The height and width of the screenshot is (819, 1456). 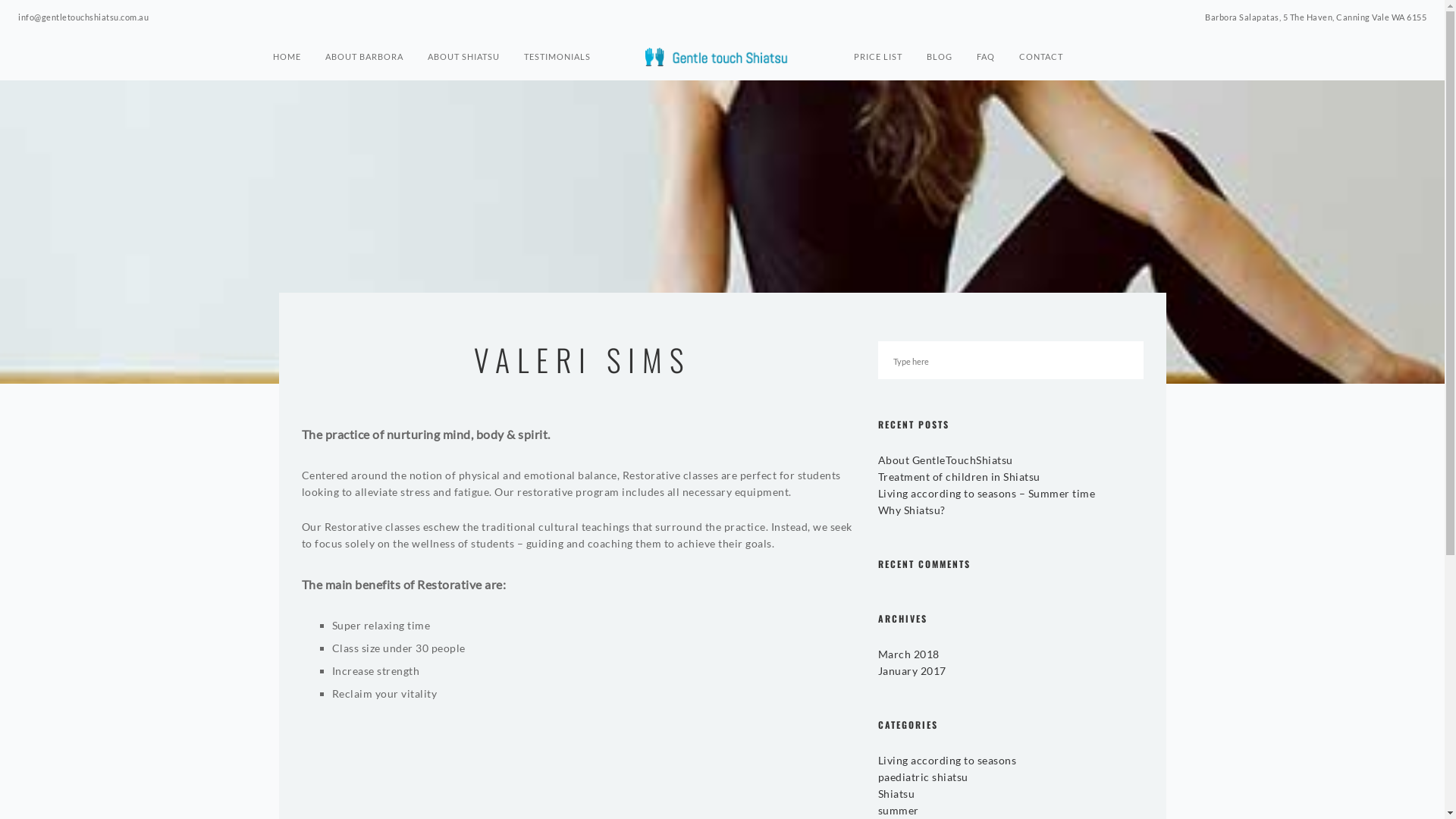 I want to click on 'About GentleTouchShiatsu', so click(x=945, y=459).